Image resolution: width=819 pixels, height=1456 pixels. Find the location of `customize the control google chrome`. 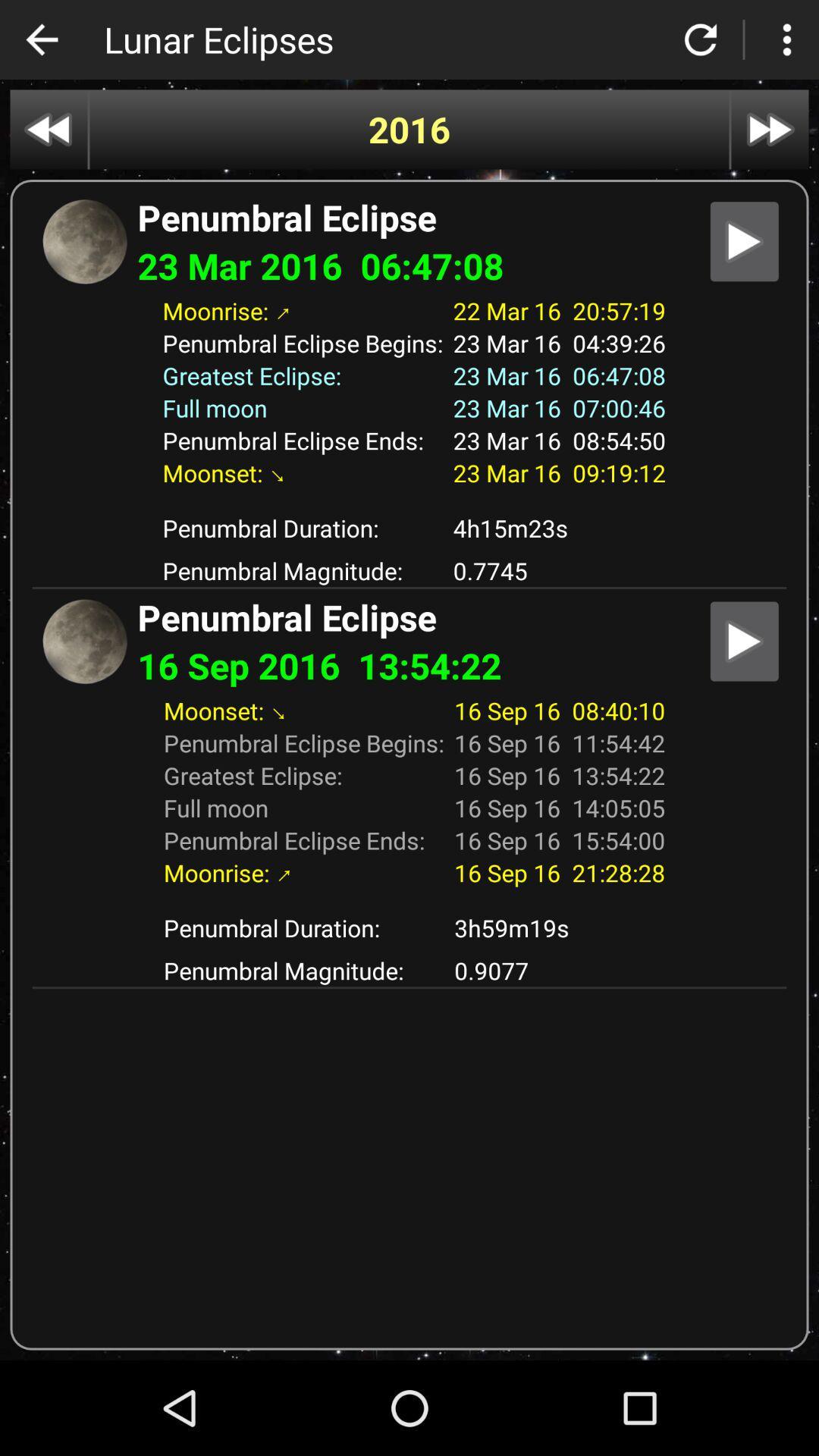

customize the control google chrome is located at coordinates (786, 39).